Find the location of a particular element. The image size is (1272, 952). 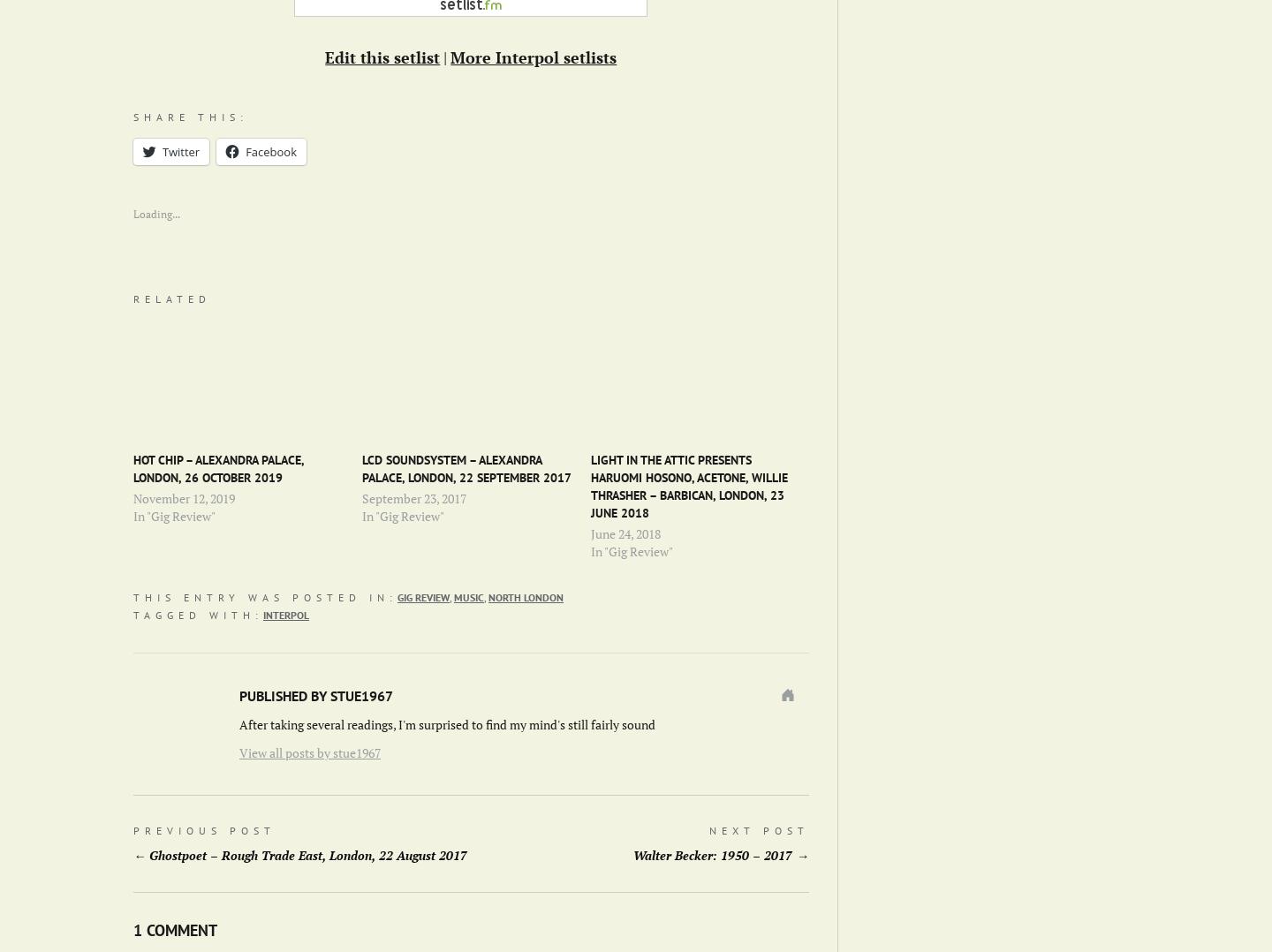

'After taking several readings, I'm surprised to find my mind's still fairly sound' is located at coordinates (446, 724).